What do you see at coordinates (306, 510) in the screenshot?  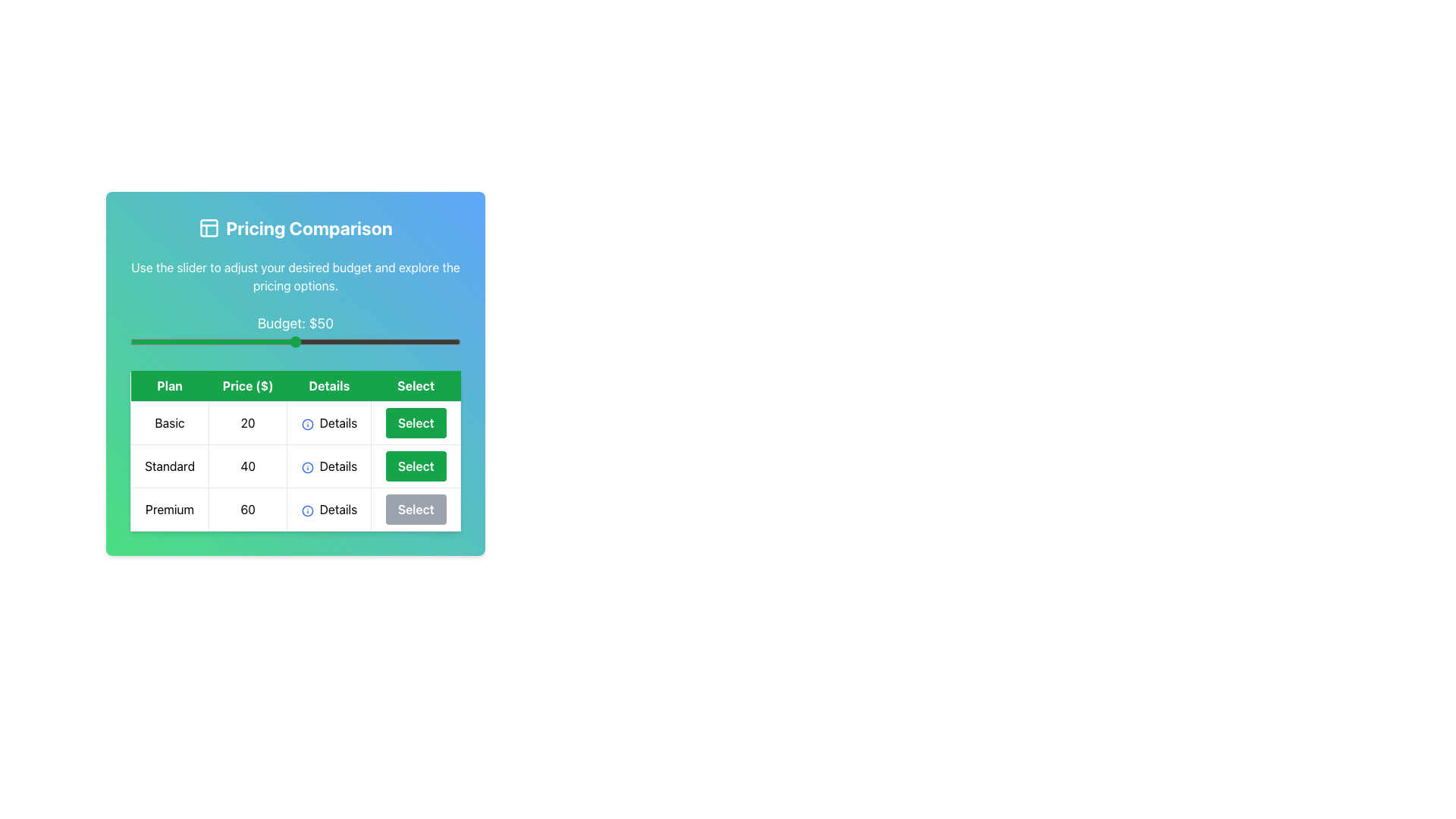 I see `the blue circular icon in the 'Details' cell of the Premium pricing row` at bounding box center [306, 510].